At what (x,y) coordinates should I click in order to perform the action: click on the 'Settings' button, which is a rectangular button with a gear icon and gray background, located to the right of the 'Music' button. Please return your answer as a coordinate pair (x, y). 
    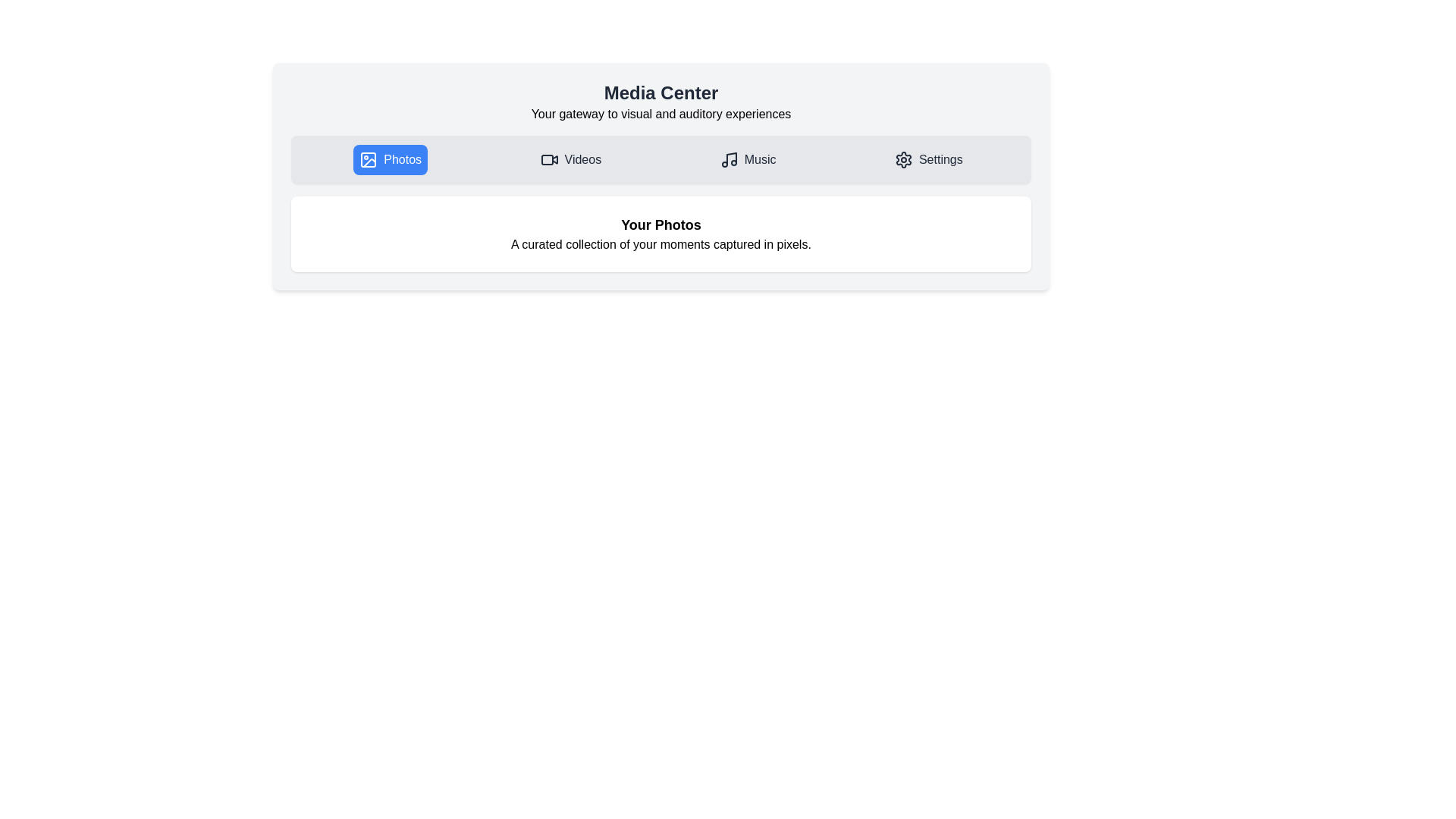
    Looking at the image, I should click on (927, 160).